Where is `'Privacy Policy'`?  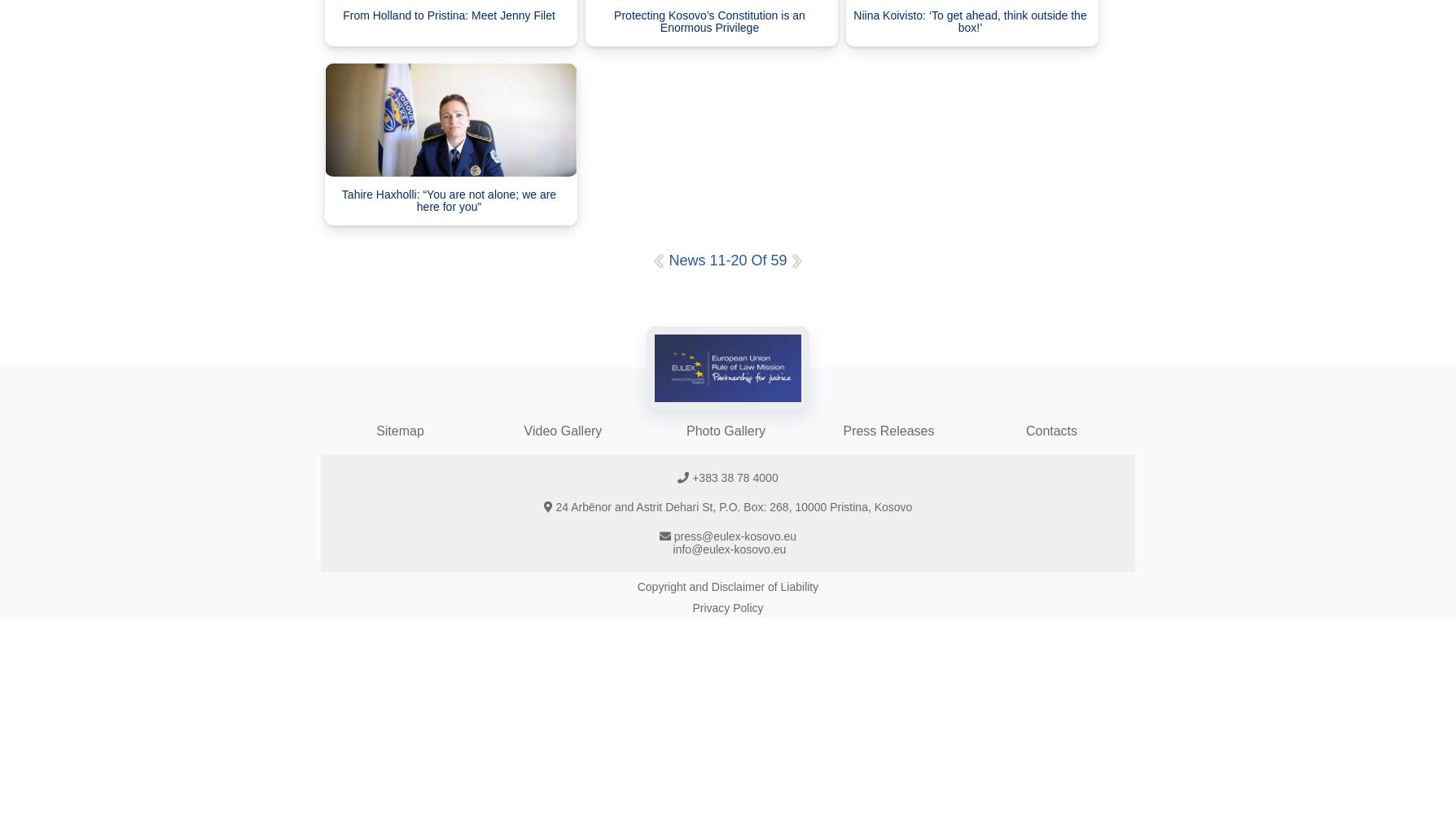 'Privacy Policy' is located at coordinates (726, 607).